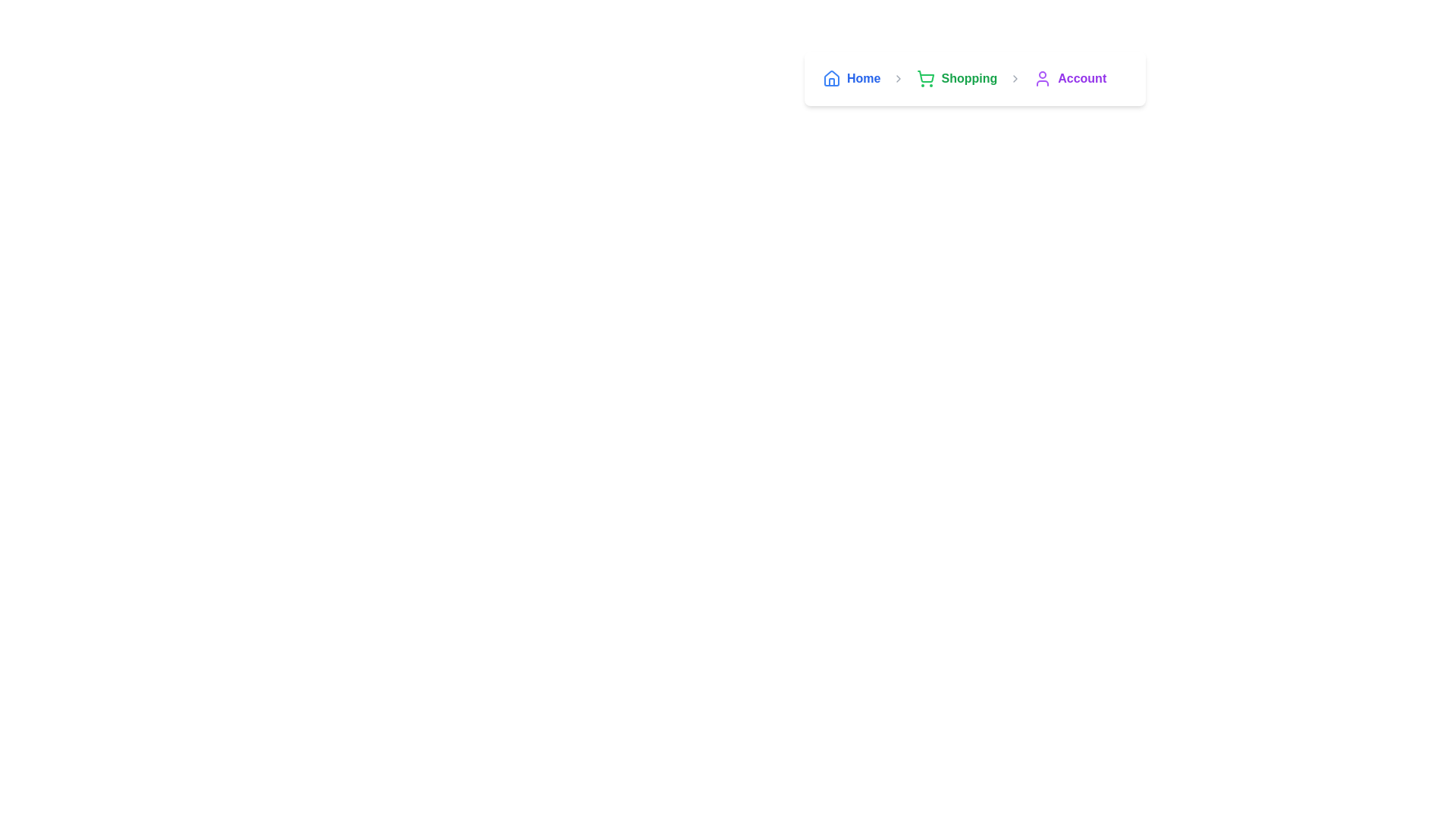 The height and width of the screenshot is (819, 1456). Describe the element at coordinates (975, 79) in the screenshot. I see `the green-colored shopping cart icon with the text 'Shopping' in bold green font, which is the second item in the breadcrumb navigation bar` at that location.